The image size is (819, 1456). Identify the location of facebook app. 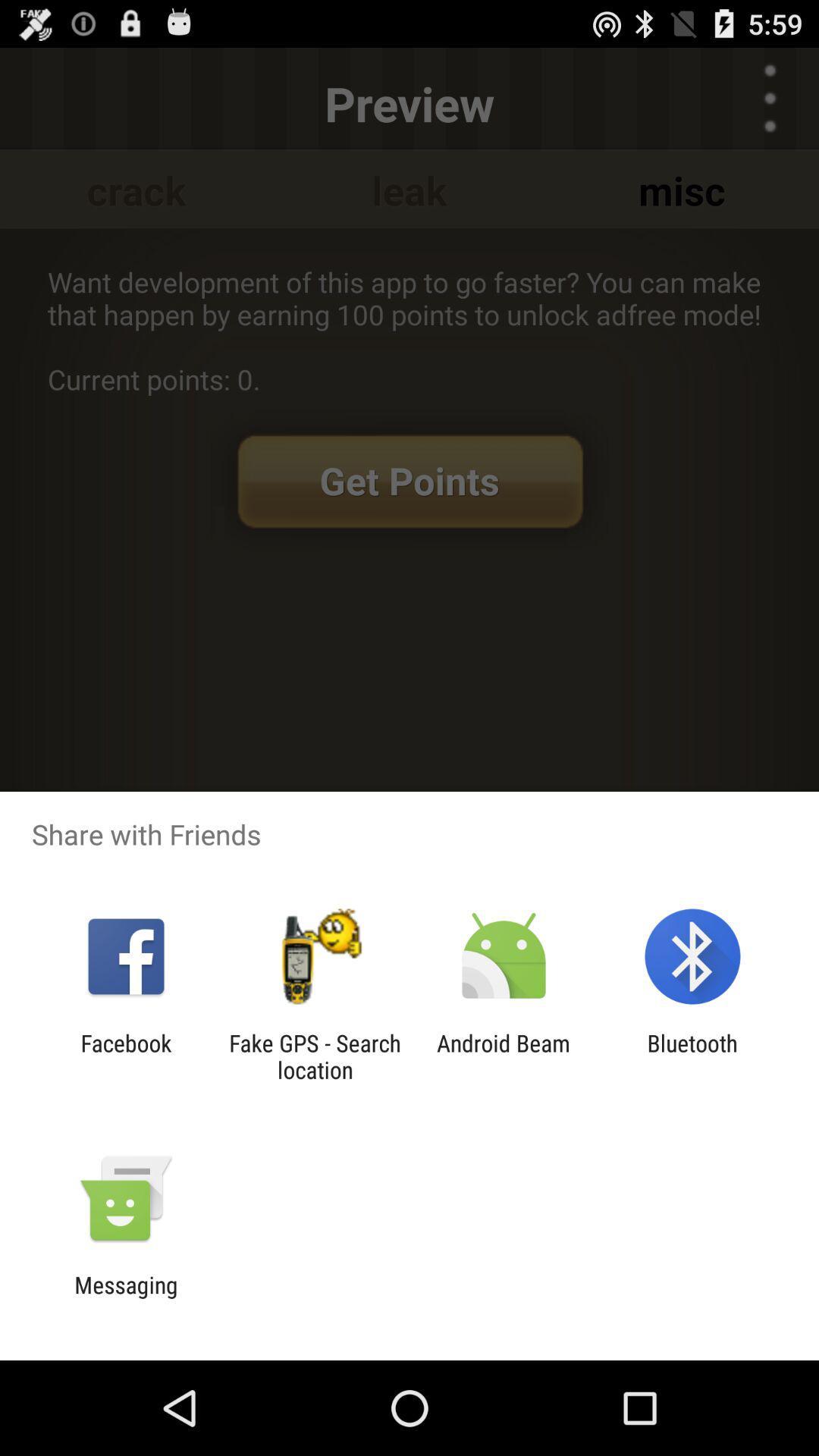
(125, 1056).